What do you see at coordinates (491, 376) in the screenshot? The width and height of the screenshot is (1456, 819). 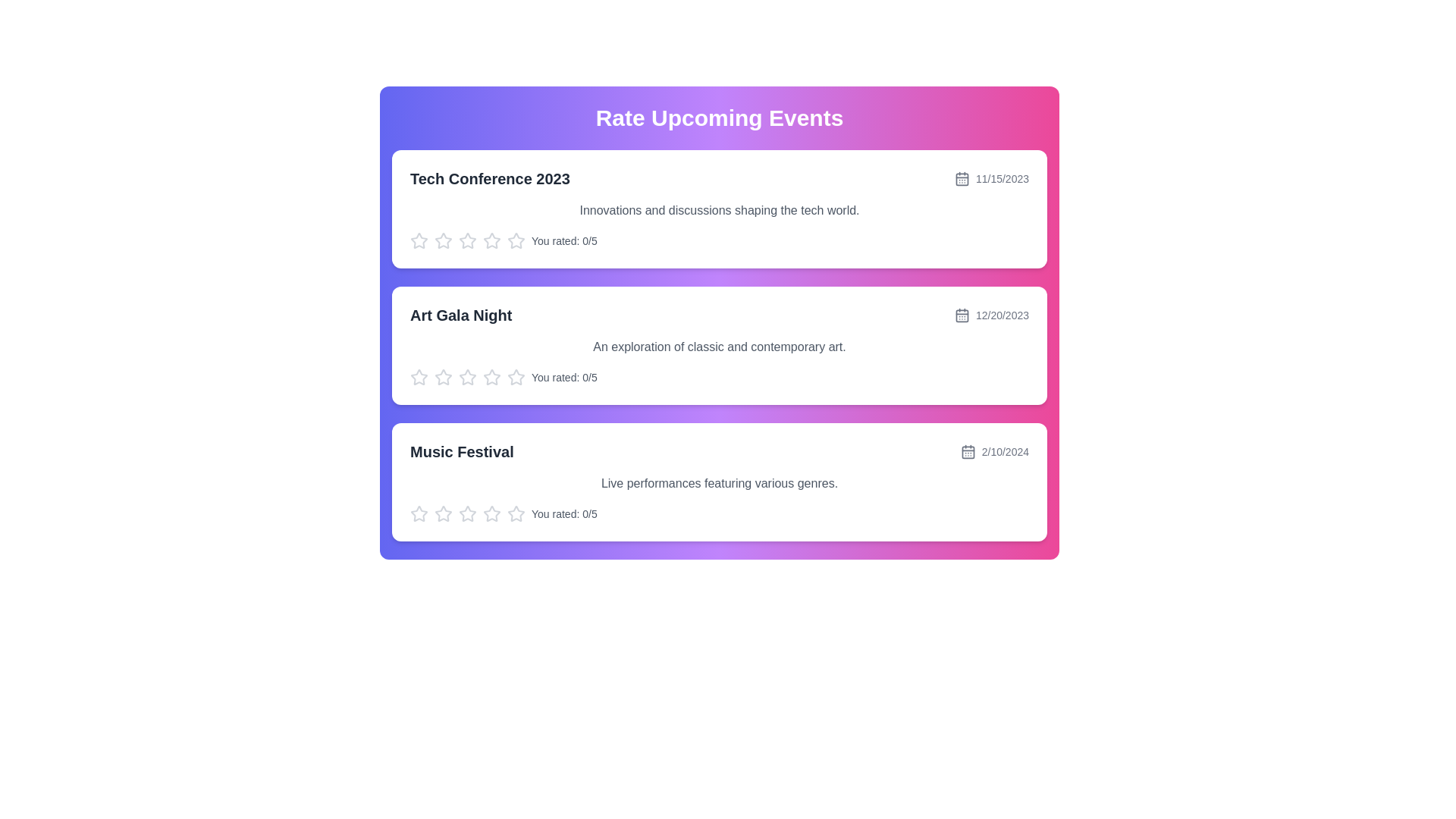 I see `the second star icon in the rating system for the 'Art Gala Night' event` at bounding box center [491, 376].